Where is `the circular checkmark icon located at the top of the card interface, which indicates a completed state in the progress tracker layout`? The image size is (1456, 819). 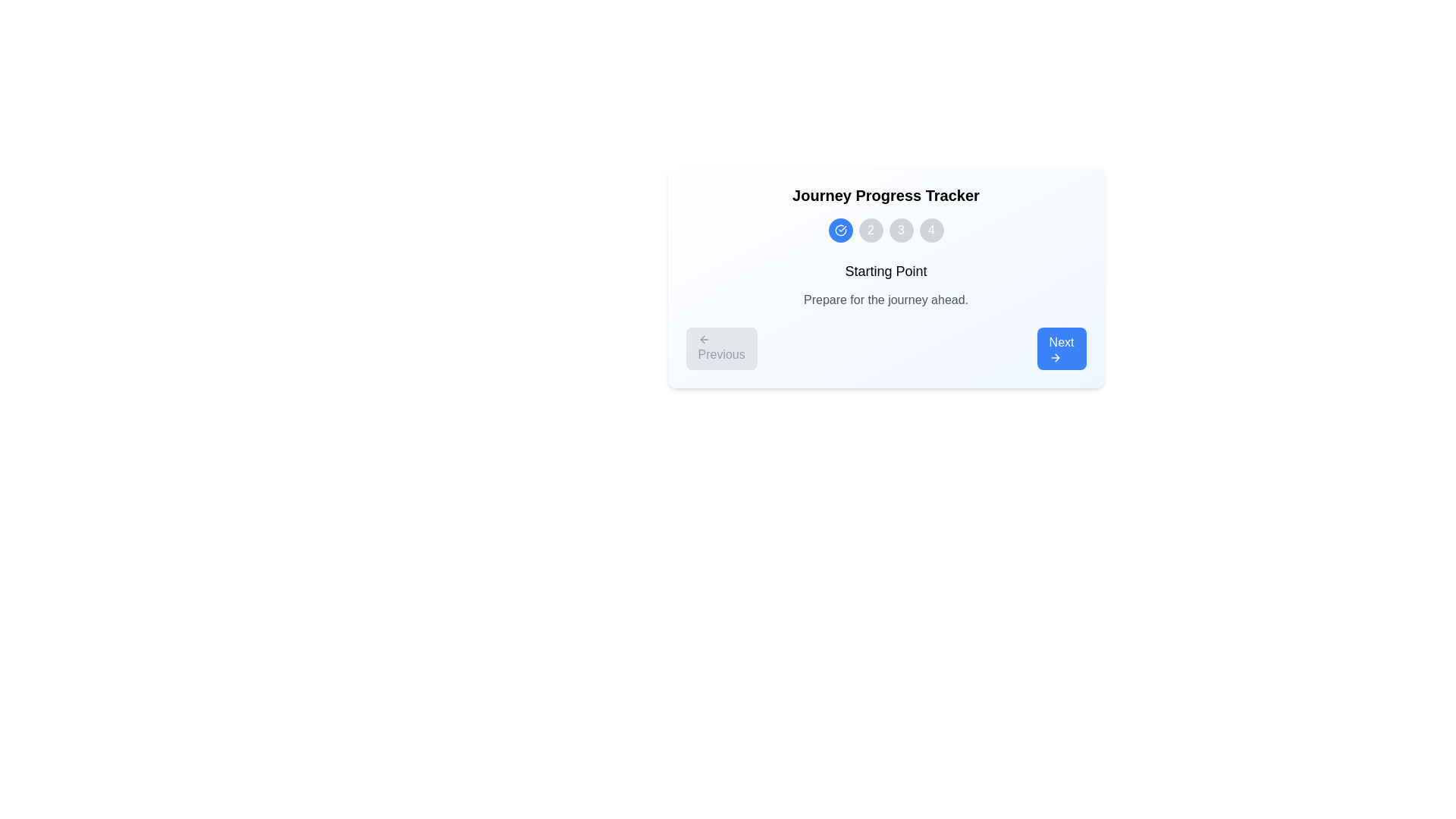
the circular checkmark icon located at the top of the card interface, which indicates a completed state in the progress tracker layout is located at coordinates (839, 231).